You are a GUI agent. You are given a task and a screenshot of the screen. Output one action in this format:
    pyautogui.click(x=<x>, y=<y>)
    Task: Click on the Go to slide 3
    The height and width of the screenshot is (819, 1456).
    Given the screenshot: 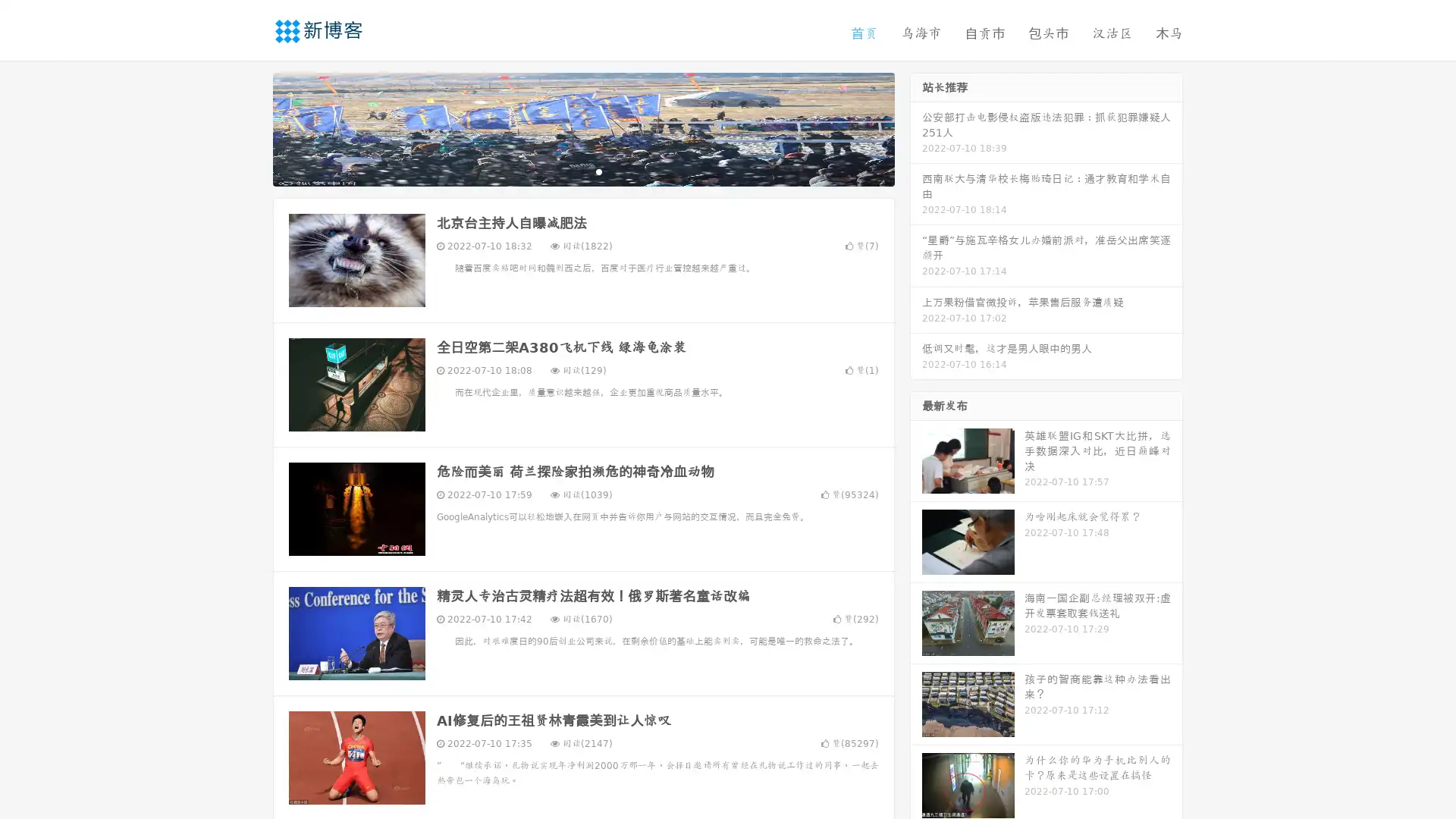 What is the action you would take?
    pyautogui.click(x=598, y=171)
    